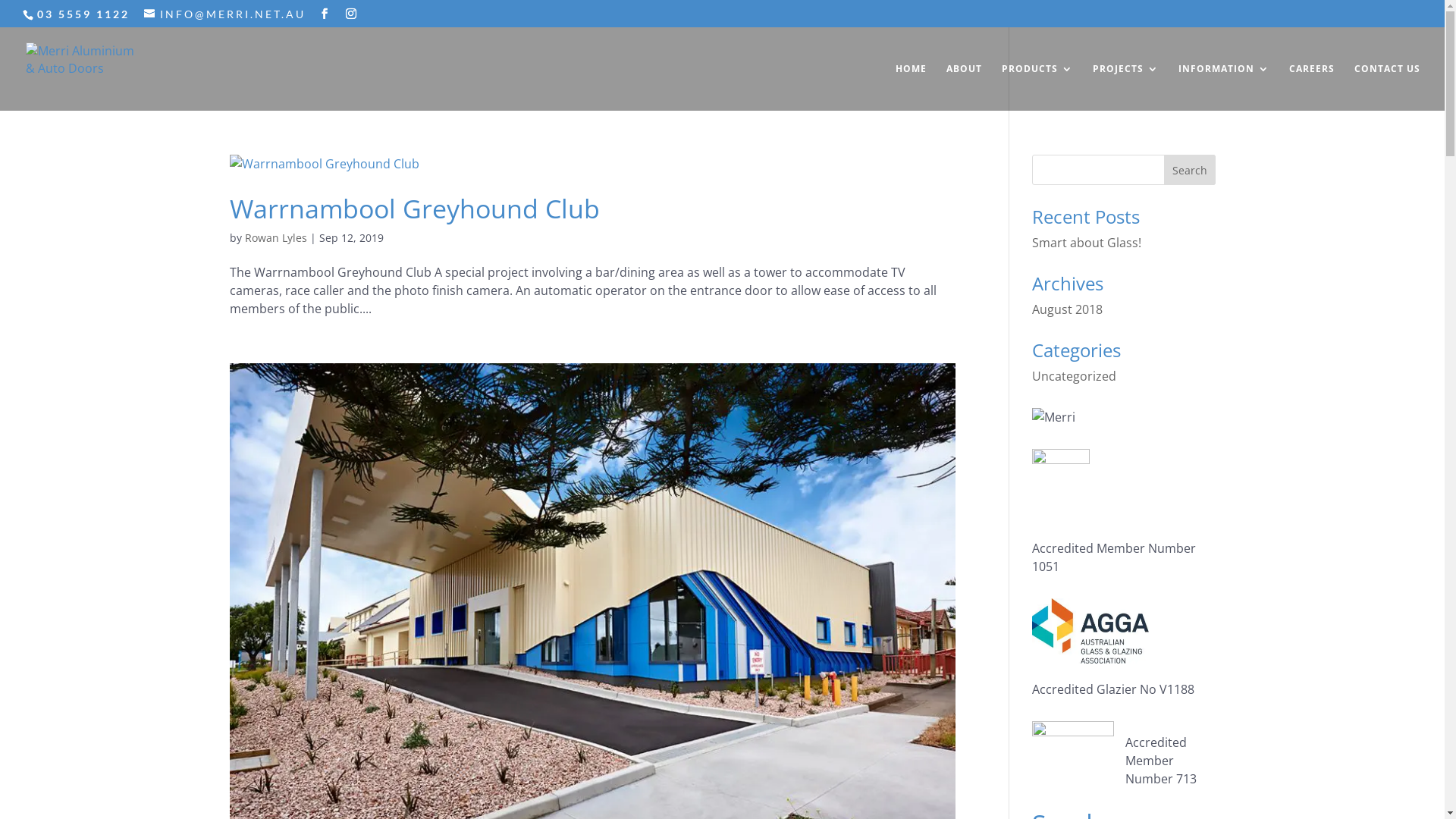  What do you see at coordinates (895, 87) in the screenshot?
I see `'HOME'` at bounding box center [895, 87].